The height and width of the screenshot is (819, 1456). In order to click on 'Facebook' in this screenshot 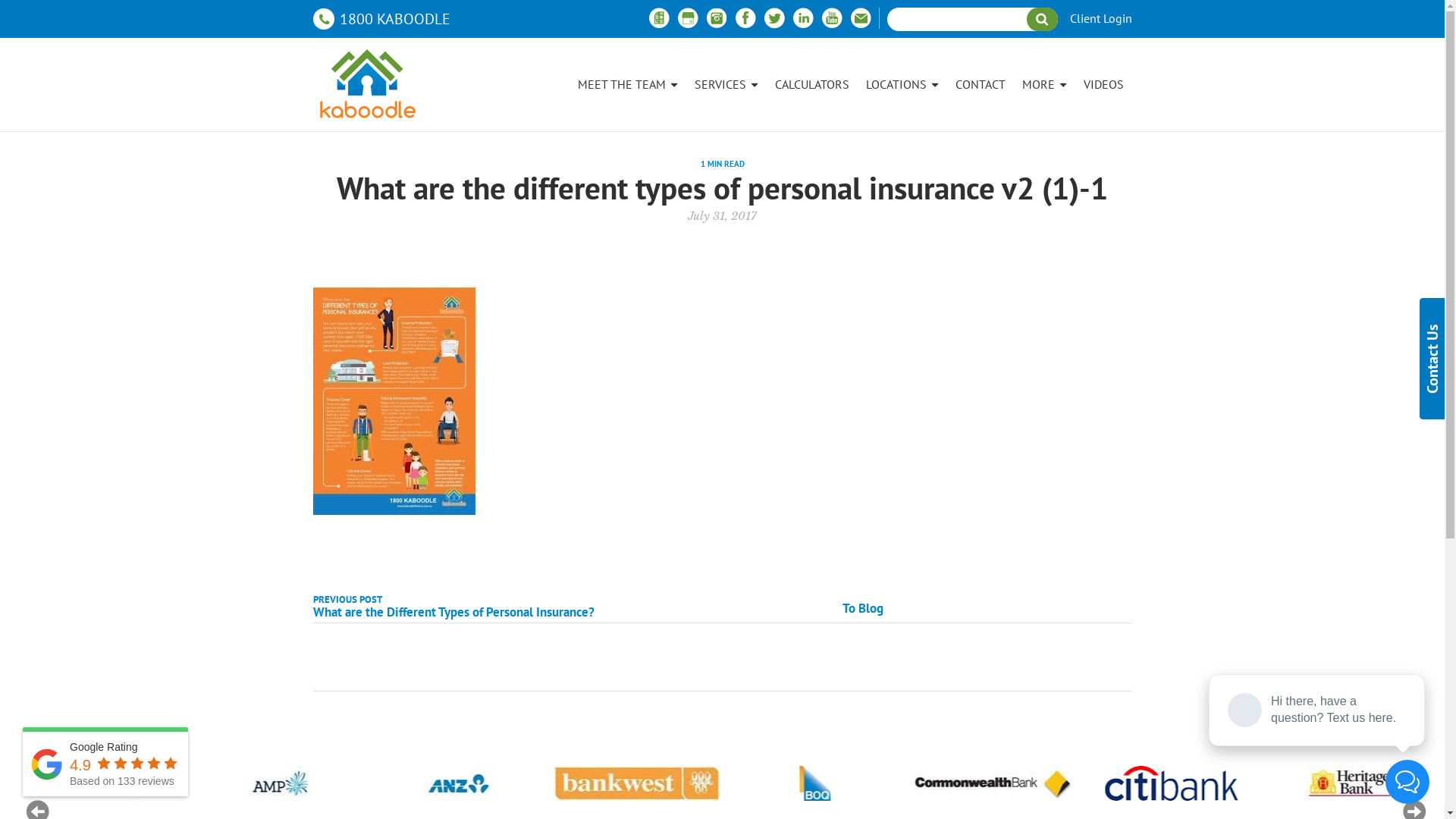, I will do `click(734, 17)`.